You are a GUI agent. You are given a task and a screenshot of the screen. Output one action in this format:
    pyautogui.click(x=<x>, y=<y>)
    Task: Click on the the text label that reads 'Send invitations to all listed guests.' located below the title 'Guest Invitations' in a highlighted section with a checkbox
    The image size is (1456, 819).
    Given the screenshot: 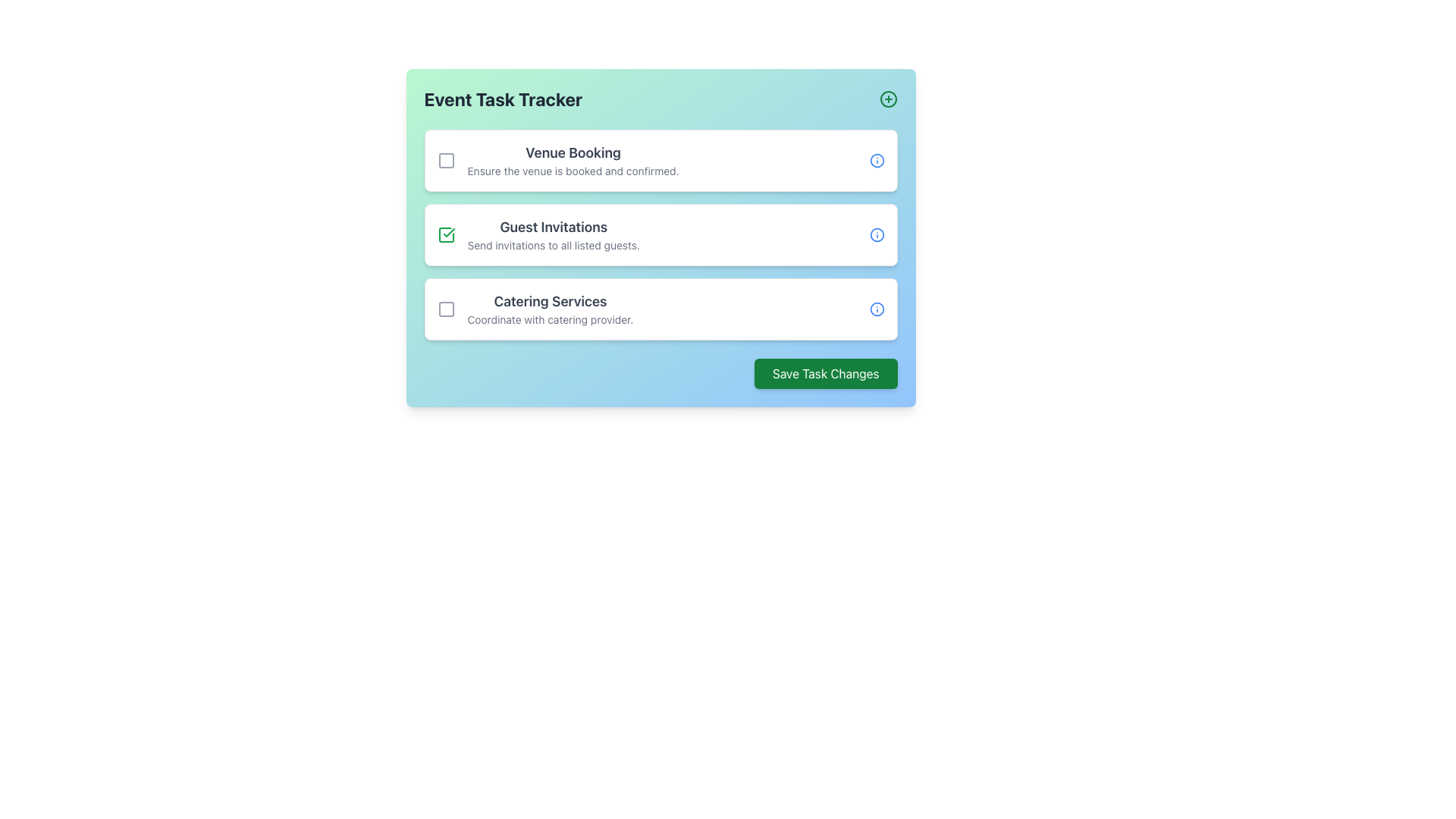 What is the action you would take?
    pyautogui.click(x=553, y=245)
    